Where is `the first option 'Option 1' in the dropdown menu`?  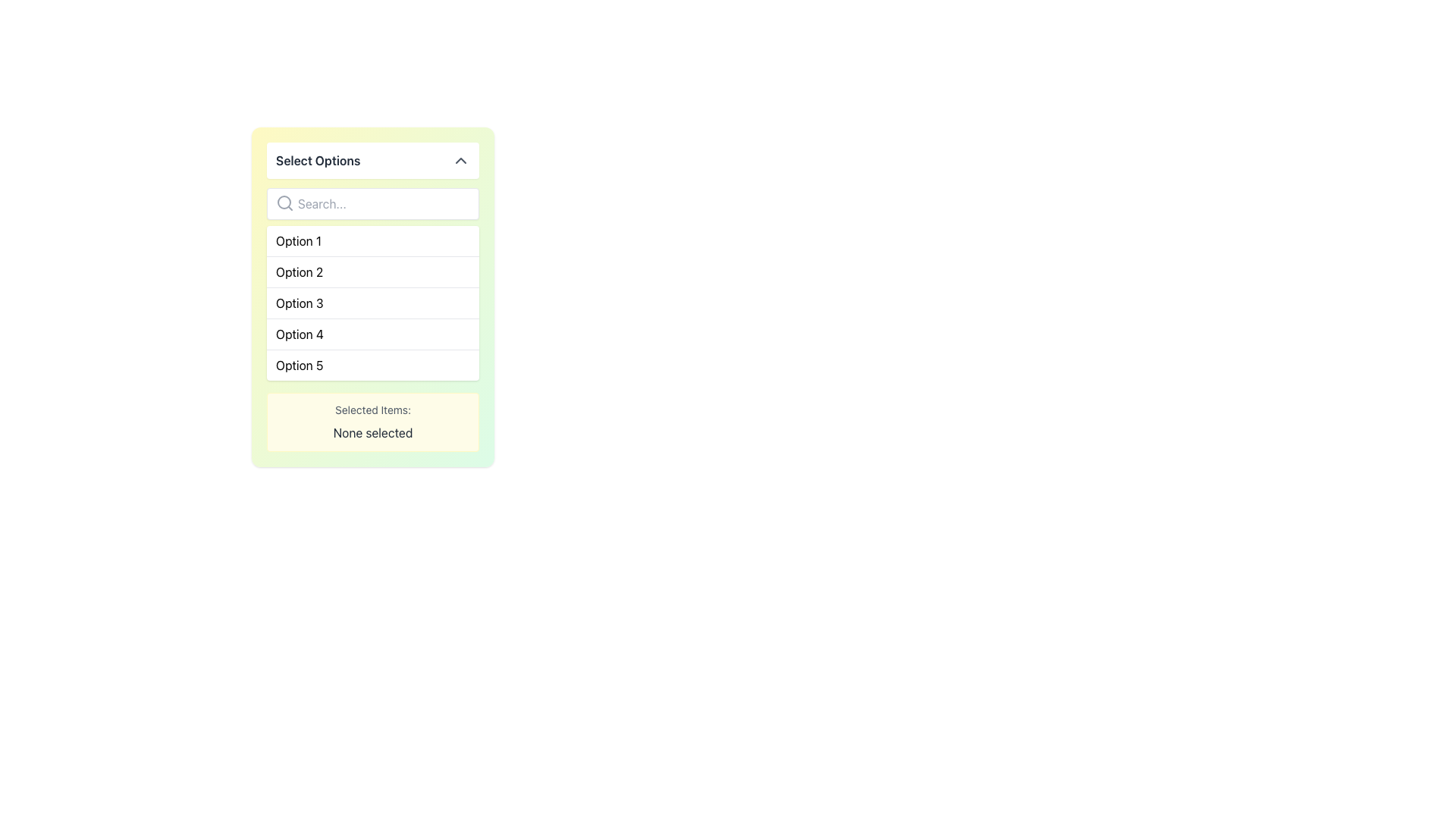 the first option 'Option 1' in the dropdown menu is located at coordinates (298, 240).